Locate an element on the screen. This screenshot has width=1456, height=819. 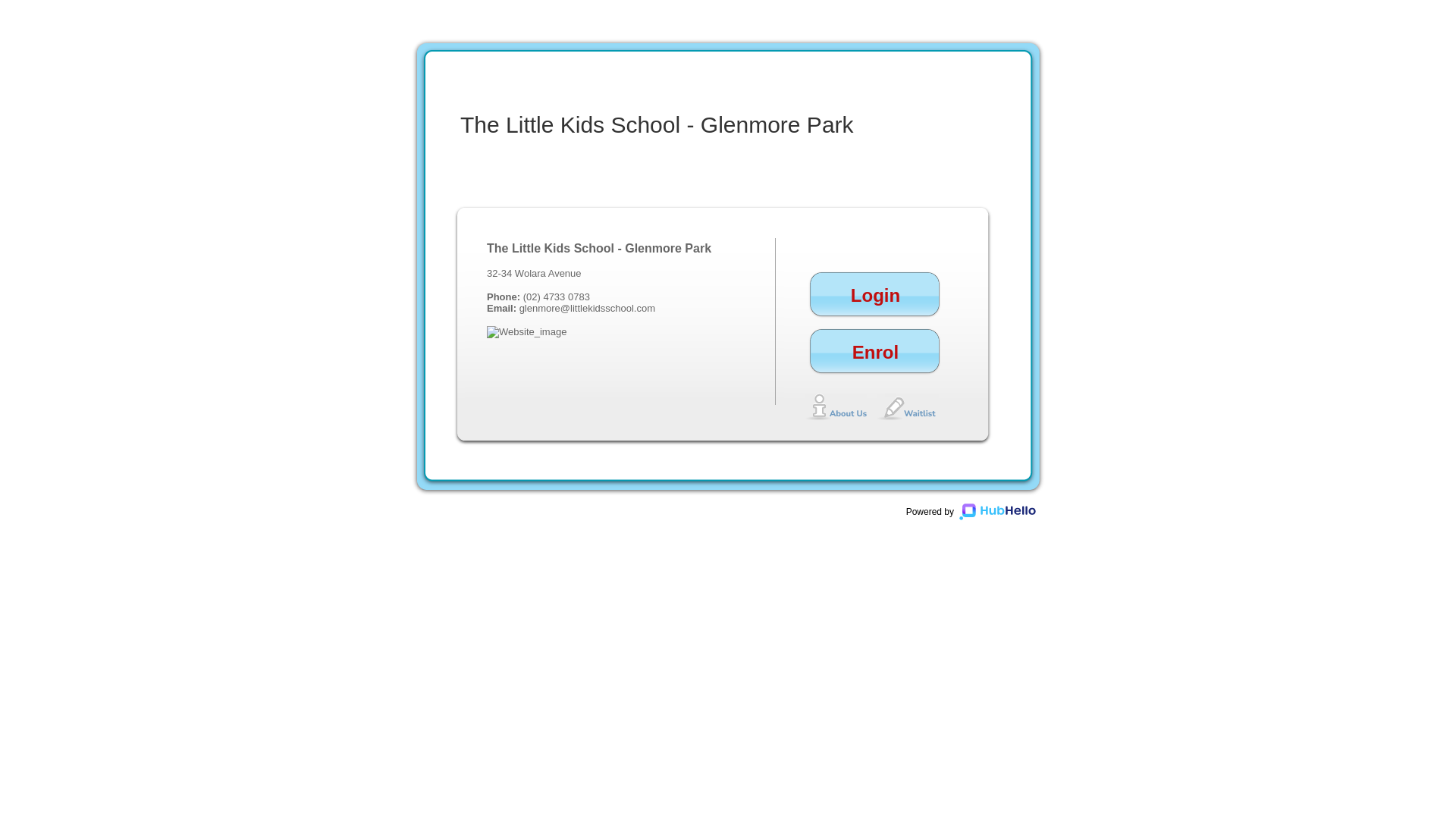
'Submit' is located at coordinates (1100, 335).